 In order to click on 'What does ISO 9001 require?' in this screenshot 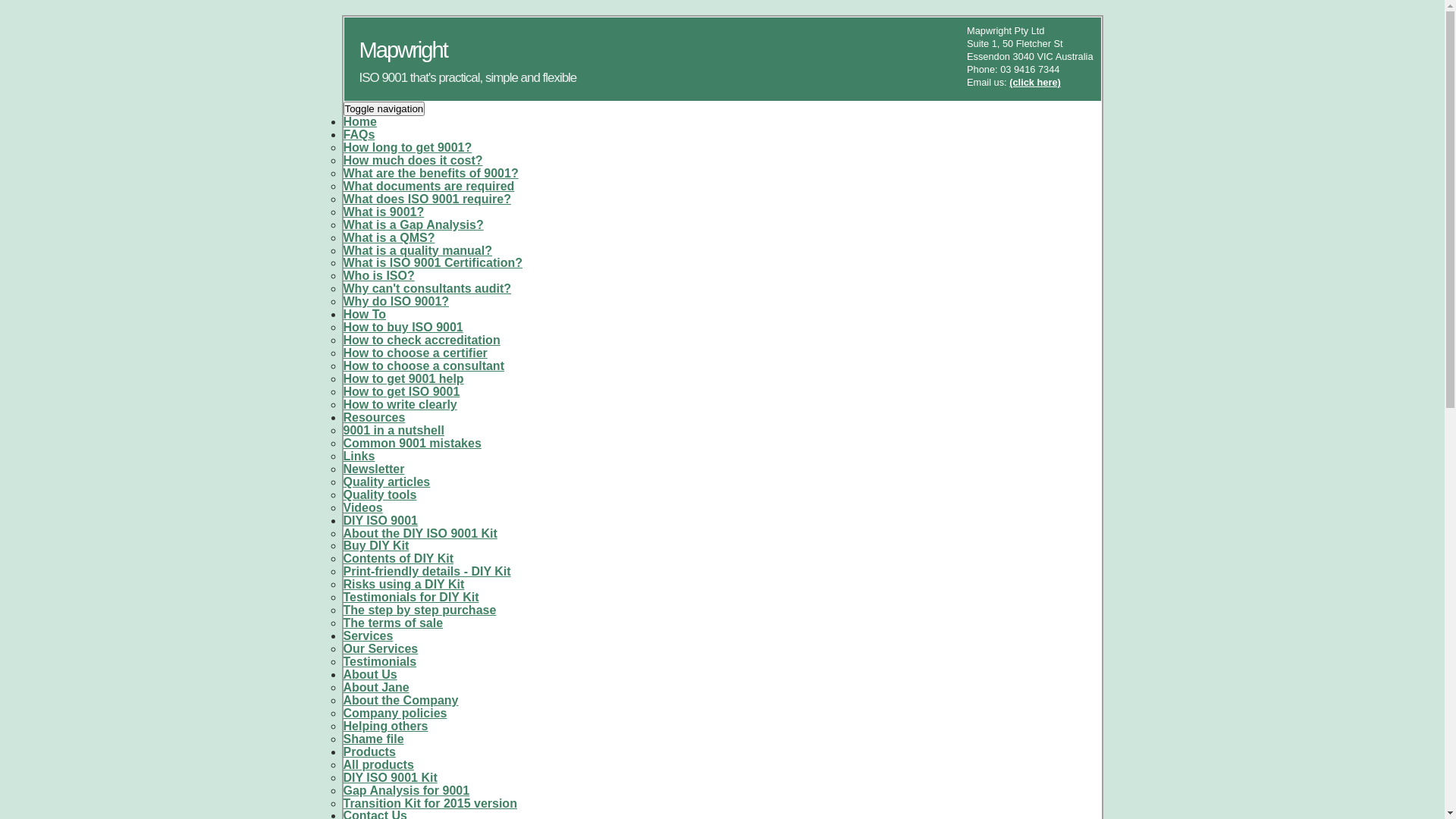, I will do `click(425, 198)`.